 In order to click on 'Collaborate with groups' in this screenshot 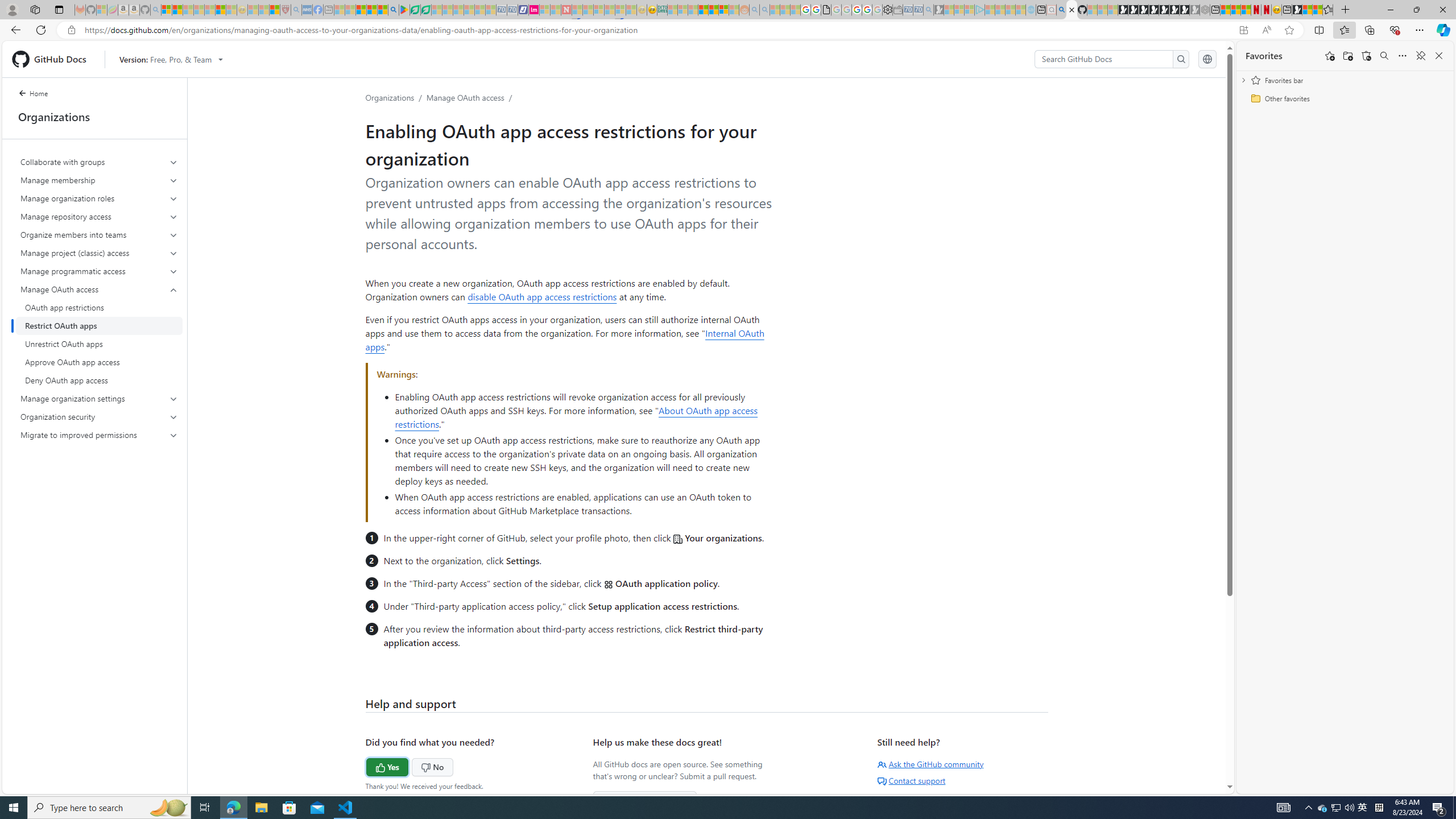, I will do `click(99, 162)`.